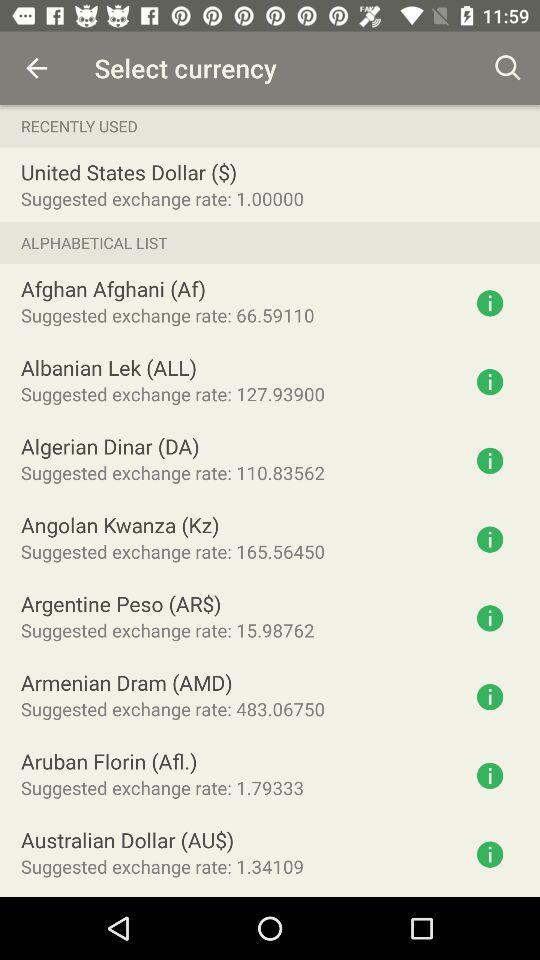 The width and height of the screenshot is (540, 960). Describe the element at coordinates (489, 774) in the screenshot. I see `get information` at that location.